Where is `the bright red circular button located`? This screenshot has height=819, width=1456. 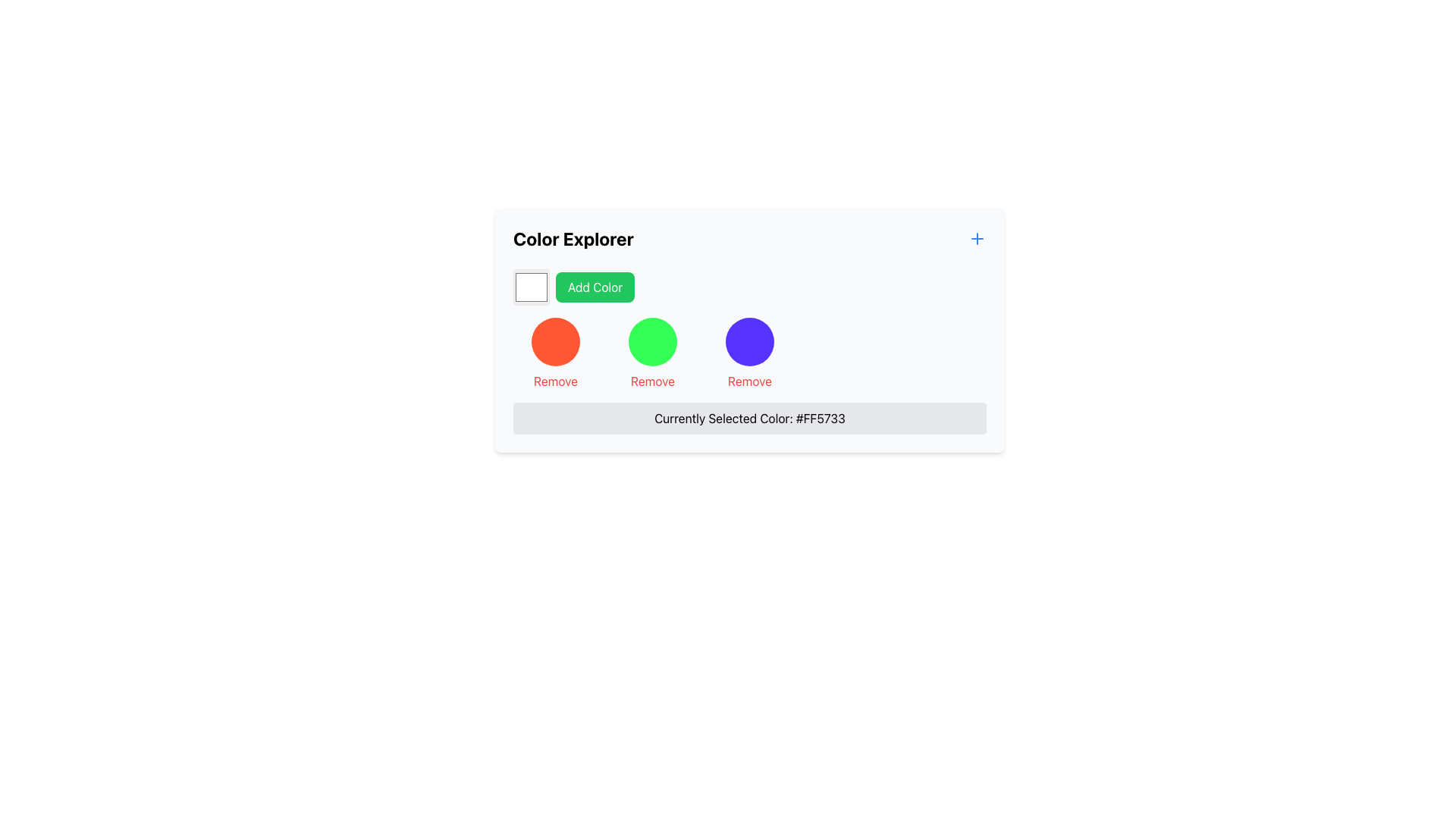 the bright red circular button located is located at coordinates (555, 342).